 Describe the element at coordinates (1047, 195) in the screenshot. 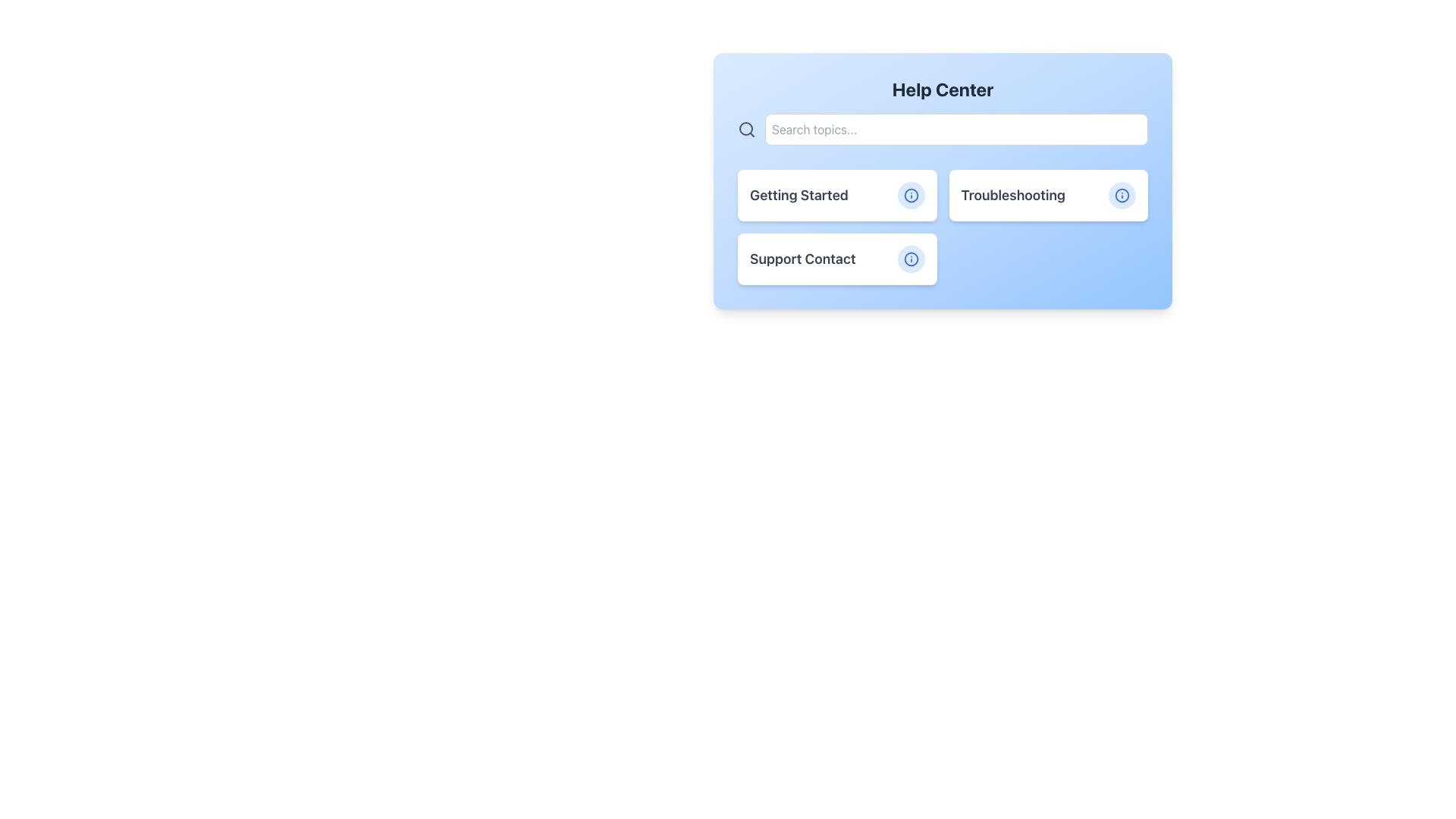

I see `the 'Troubleshooting' button located in the top-right section of the button group` at that location.